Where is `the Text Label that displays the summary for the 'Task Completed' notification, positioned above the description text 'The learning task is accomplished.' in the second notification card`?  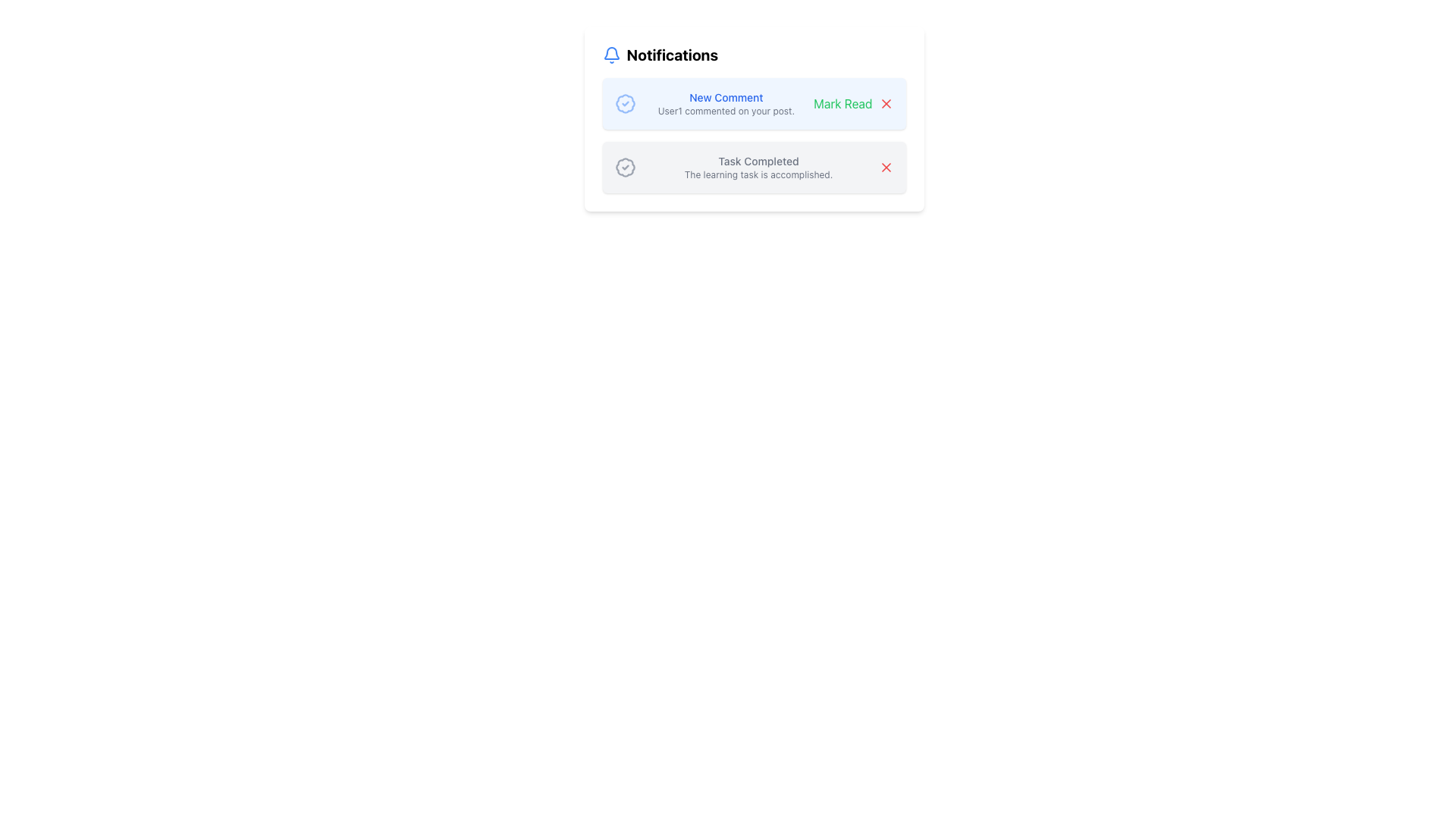
the Text Label that displays the summary for the 'Task Completed' notification, positioned above the description text 'The learning task is accomplished.' in the second notification card is located at coordinates (758, 161).